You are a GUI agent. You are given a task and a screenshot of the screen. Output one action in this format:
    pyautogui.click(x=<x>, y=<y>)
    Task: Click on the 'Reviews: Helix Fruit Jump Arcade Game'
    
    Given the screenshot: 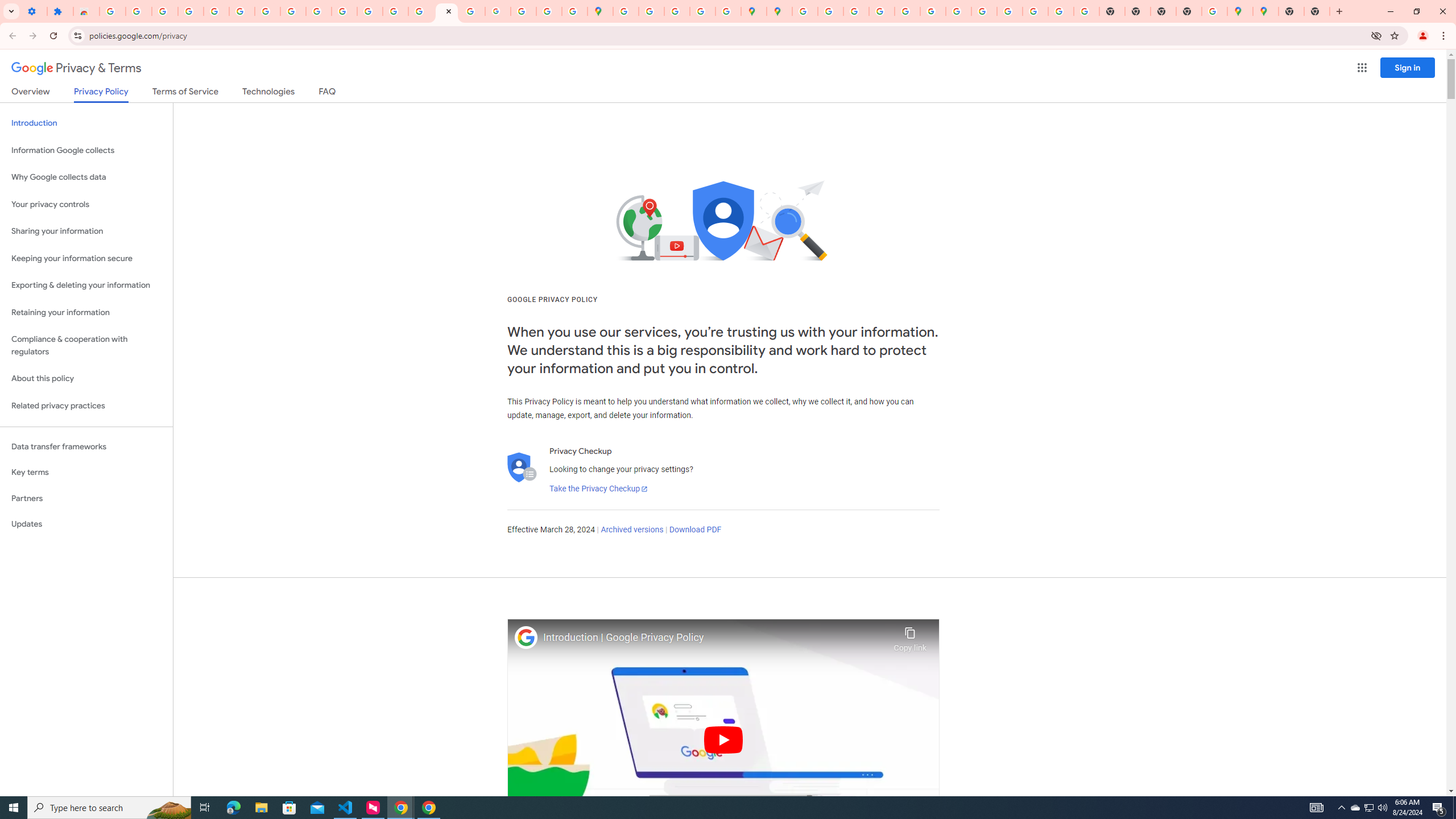 What is the action you would take?
    pyautogui.click(x=86, y=11)
    